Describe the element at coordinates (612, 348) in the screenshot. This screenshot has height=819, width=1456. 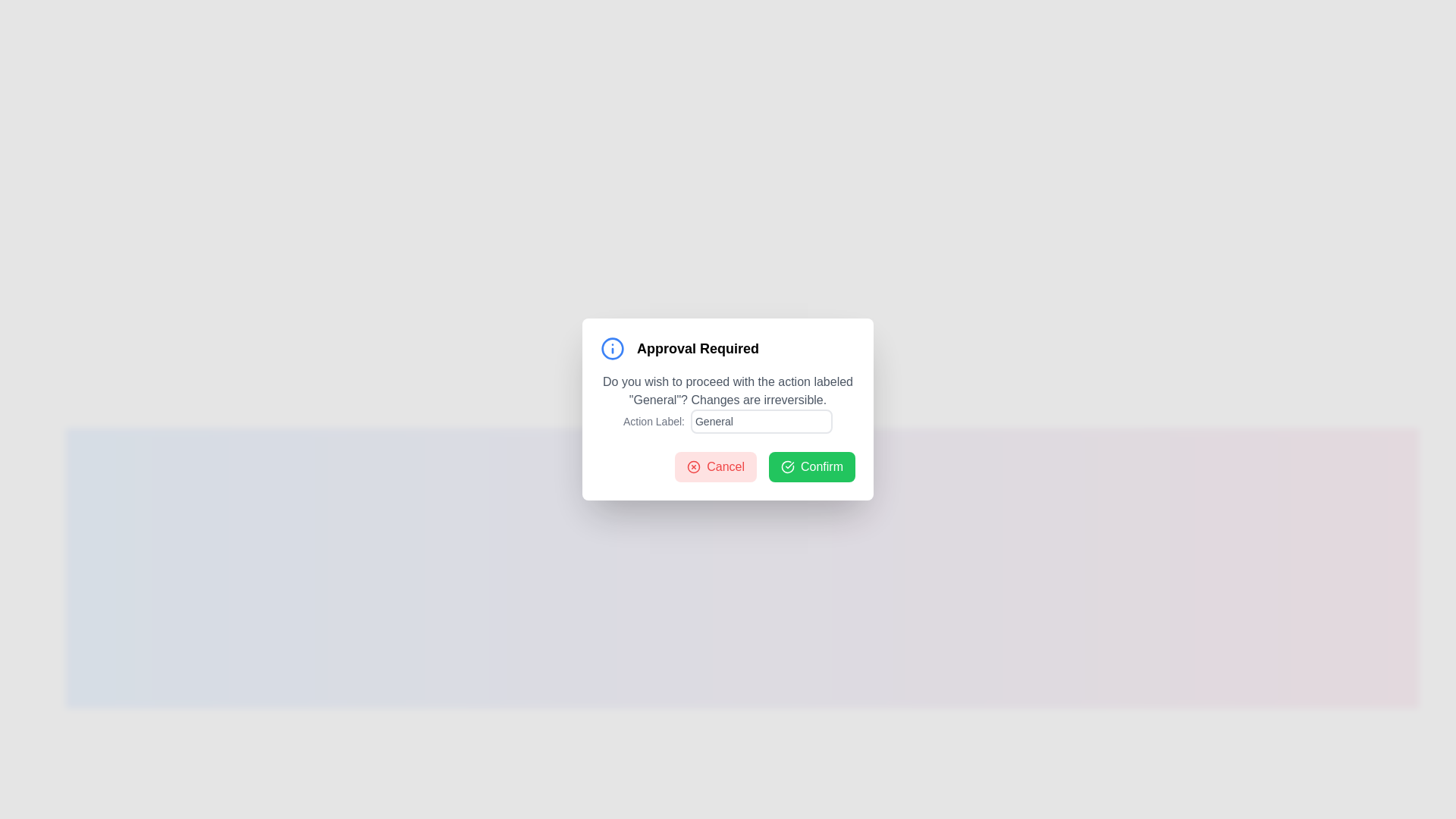
I see `the circular blue outlined information icon featuring an 'i' symbol` at that location.